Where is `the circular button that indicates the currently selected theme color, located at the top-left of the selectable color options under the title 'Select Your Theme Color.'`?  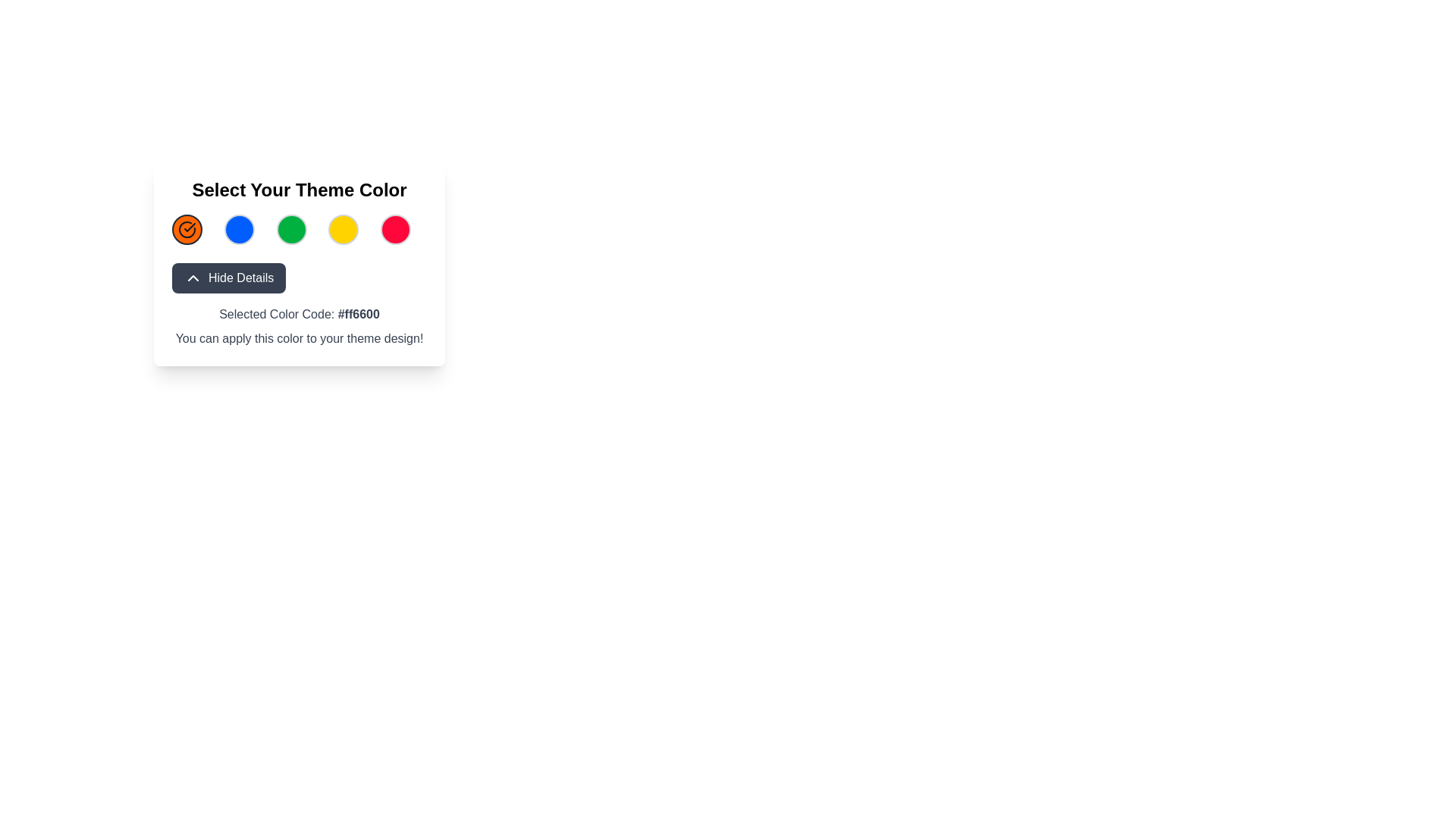
the circular button that indicates the currently selected theme color, located at the top-left of the selectable color options under the title 'Select Your Theme Color.' is located at coordinates (186, 230).